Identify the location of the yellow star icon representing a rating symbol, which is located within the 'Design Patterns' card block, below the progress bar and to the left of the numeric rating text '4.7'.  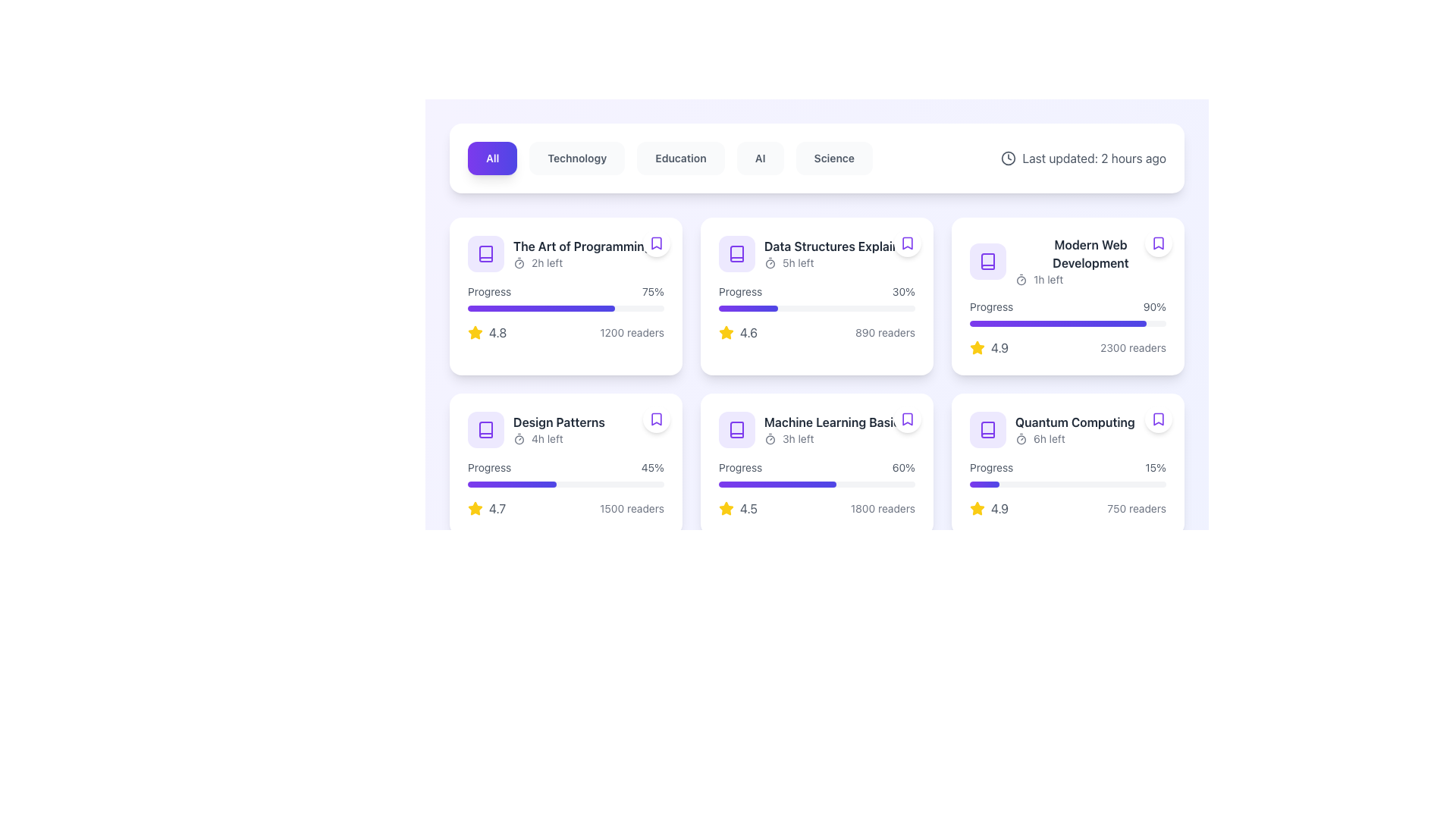
(475, 509).